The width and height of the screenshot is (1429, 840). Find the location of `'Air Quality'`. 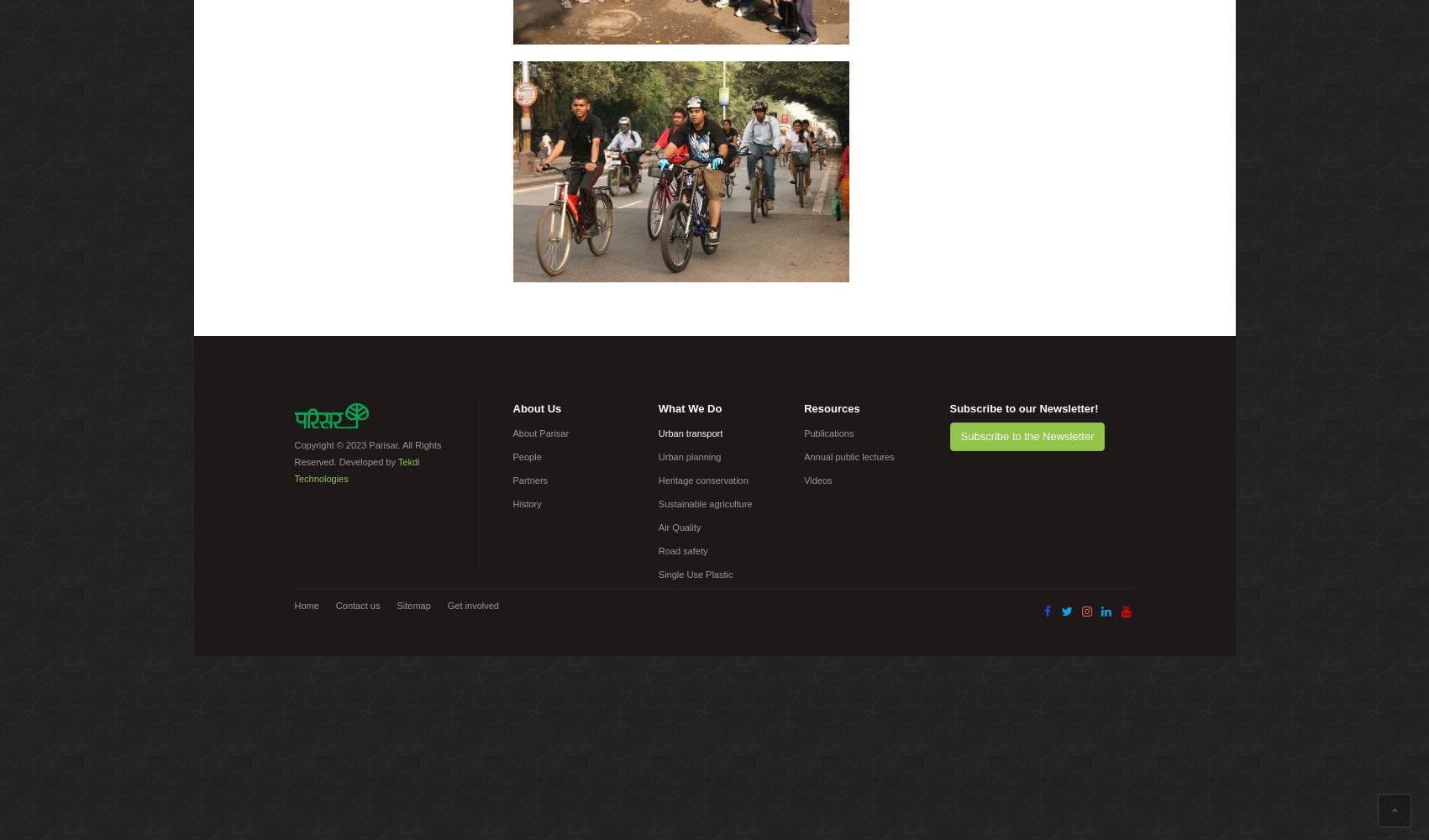

'Air Quality' is located at coordinates (679, 528).